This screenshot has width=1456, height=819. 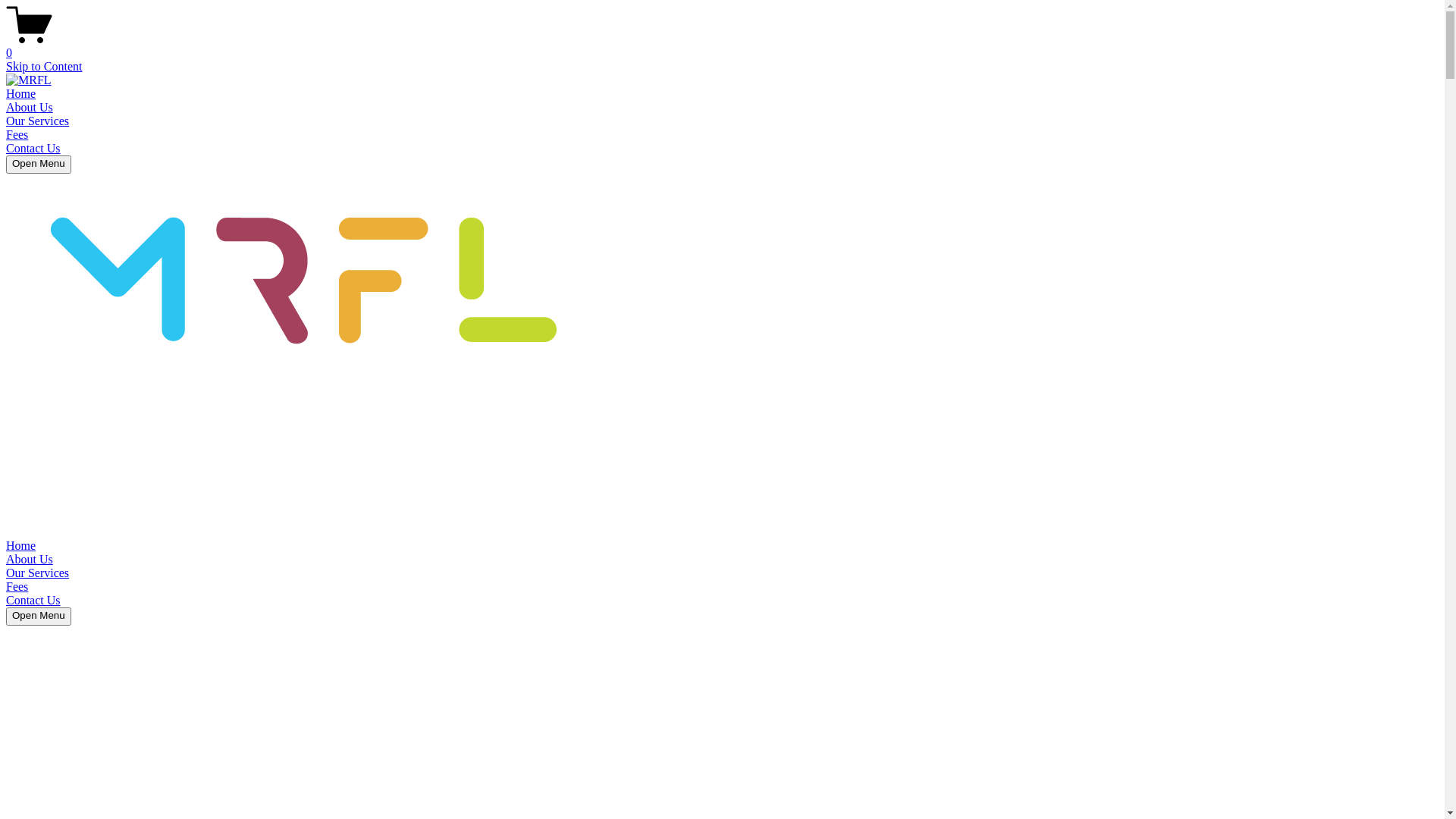 I want to click on 'Home', so click(x=20, y=544).